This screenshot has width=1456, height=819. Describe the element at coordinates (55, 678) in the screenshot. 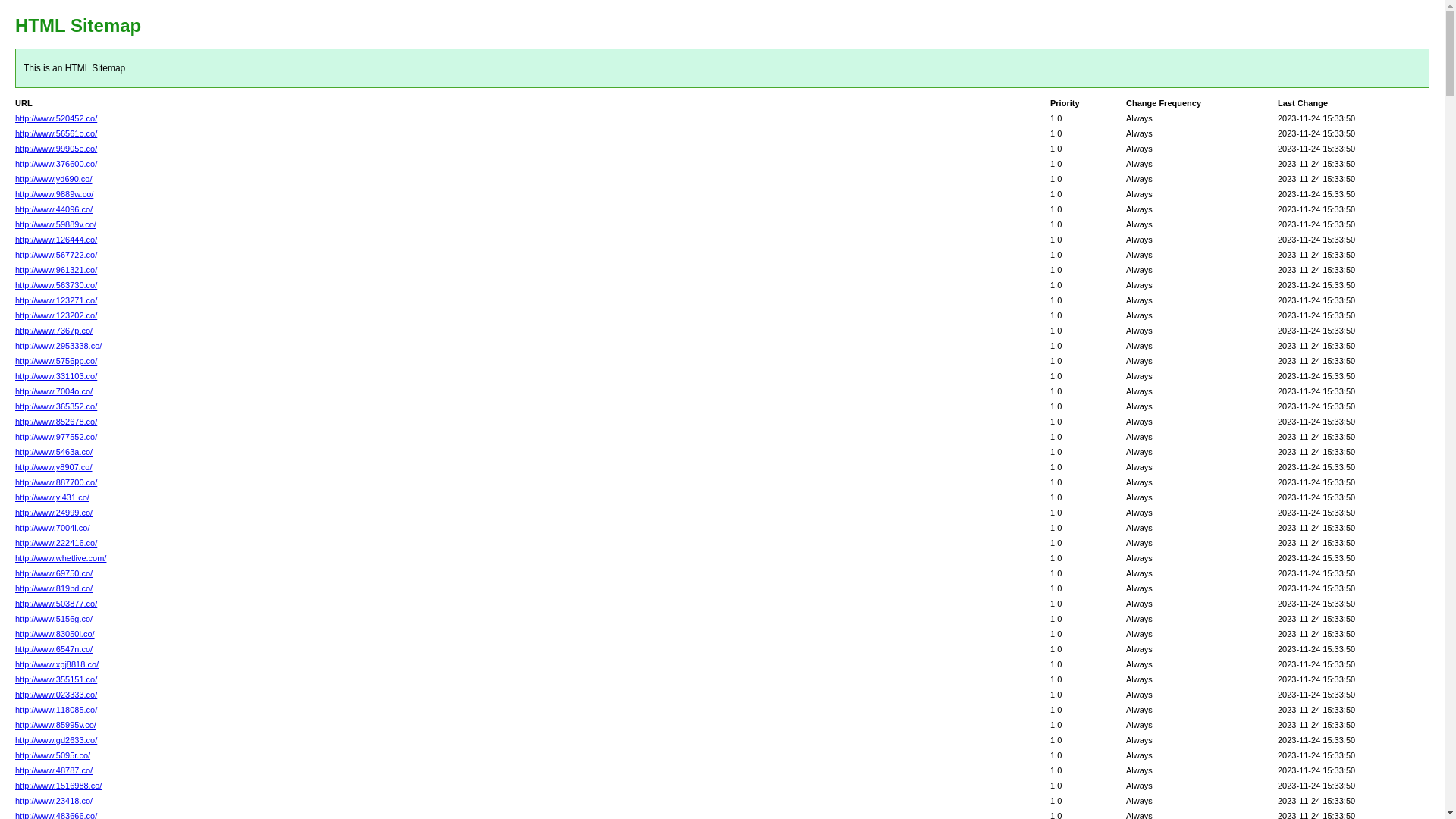

I see `'http://www.355151.co/'` at that location.